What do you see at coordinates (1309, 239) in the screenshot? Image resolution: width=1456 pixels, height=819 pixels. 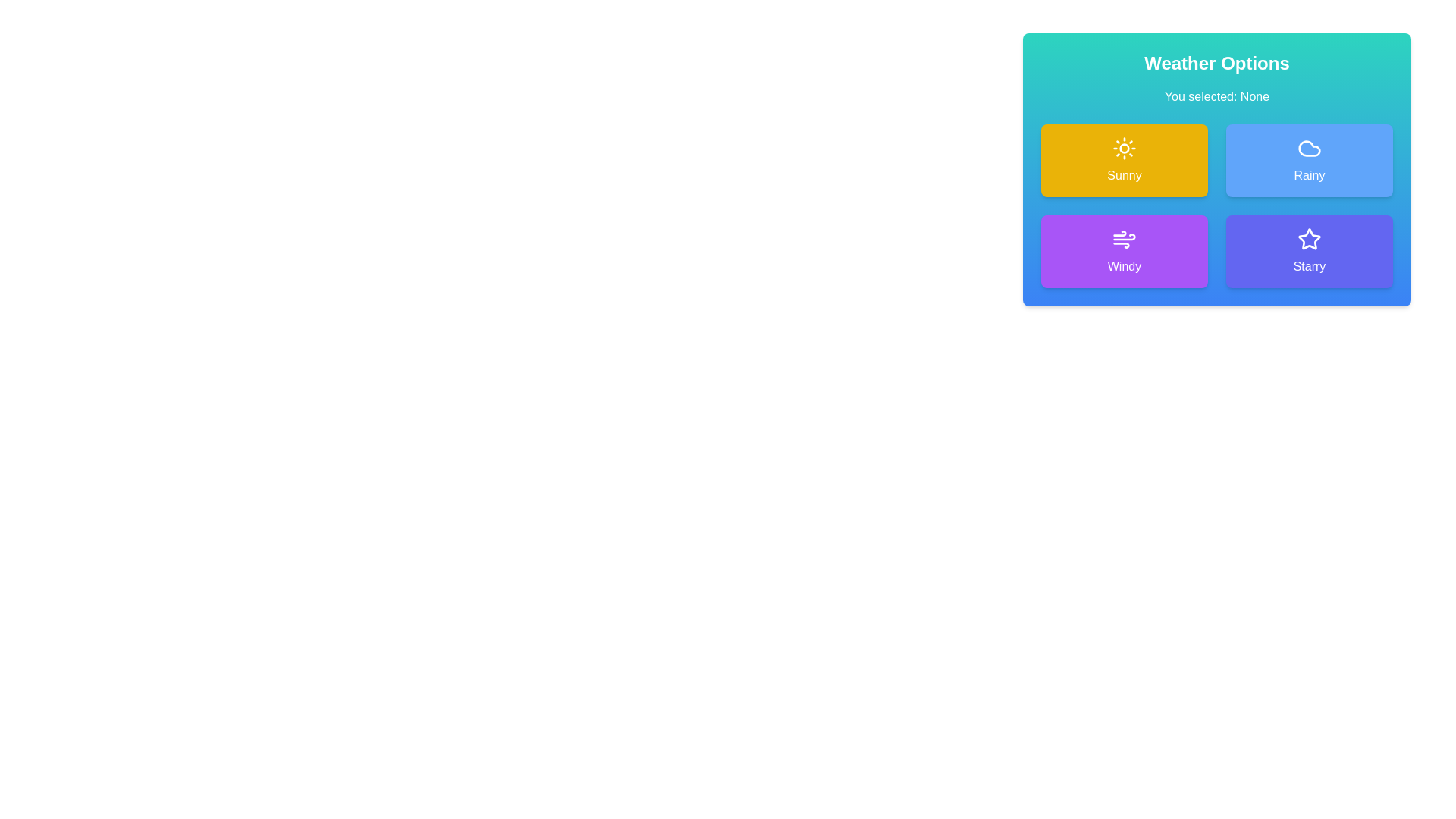 I see `the 'Starry' icon located within the 'Starry' button in the bottom-right corner of the grid layout, which indicates the selection for the 'Starry' weather option` at bounding box center [1309, 239].